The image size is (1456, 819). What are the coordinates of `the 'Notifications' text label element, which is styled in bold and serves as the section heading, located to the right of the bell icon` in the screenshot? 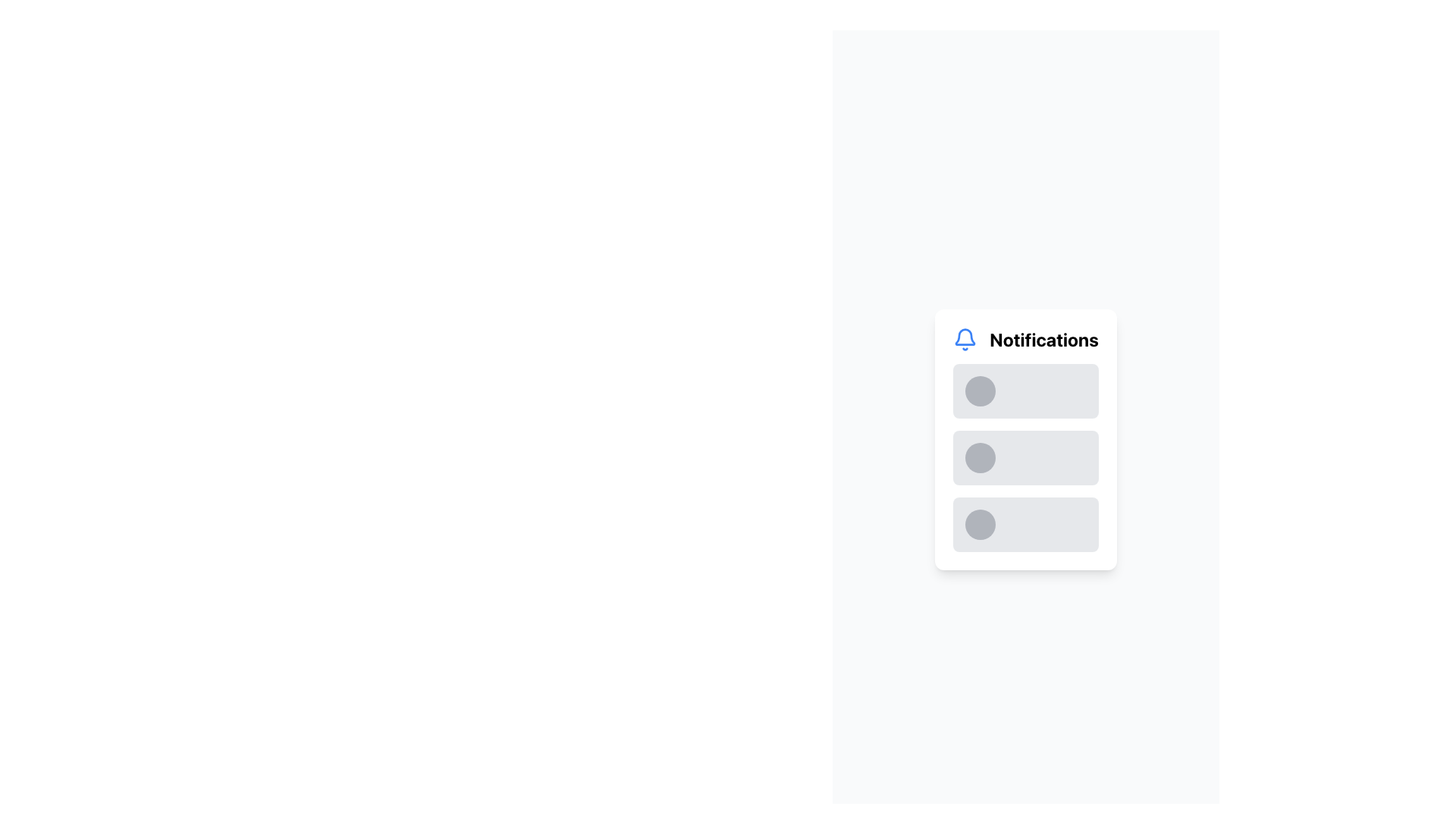 It's located at (1043, 338).